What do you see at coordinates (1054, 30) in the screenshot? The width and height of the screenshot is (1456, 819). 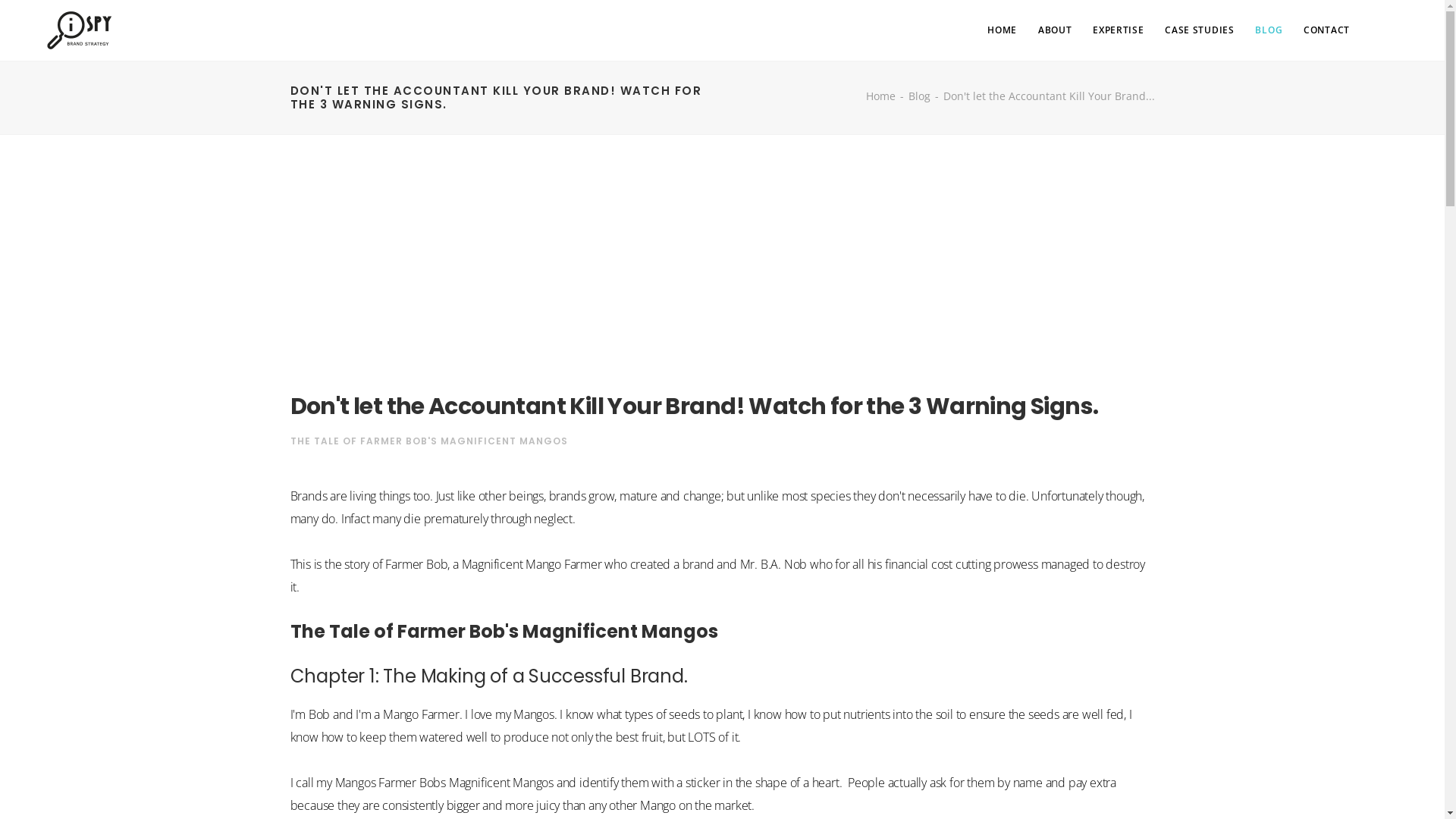 I see `'ABOUT'` at bounding box center [1054, 30].